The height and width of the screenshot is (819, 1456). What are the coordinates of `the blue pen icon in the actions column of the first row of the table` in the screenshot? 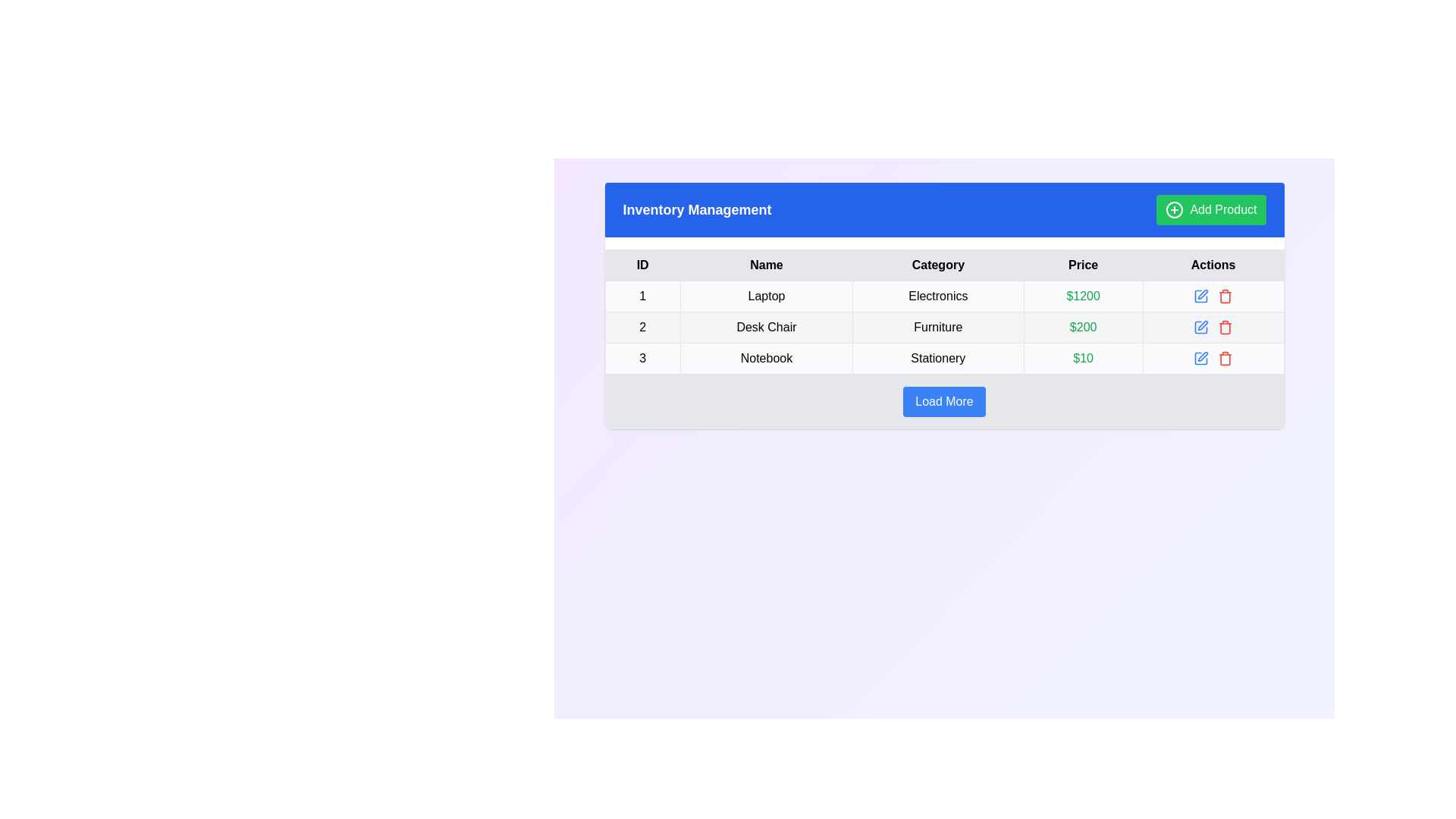 It's located at (1200, 296).